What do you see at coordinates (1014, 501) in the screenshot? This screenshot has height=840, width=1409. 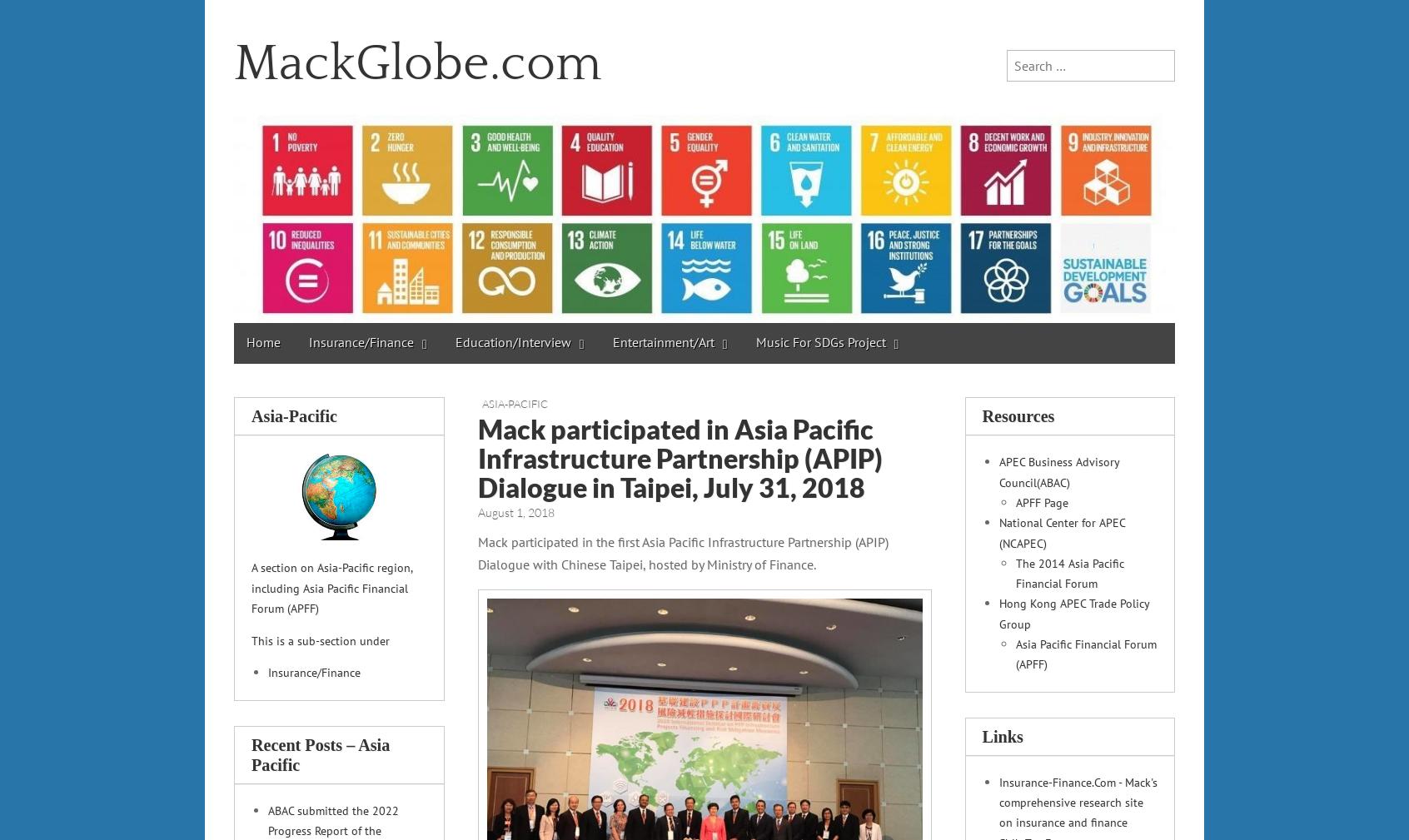 I see `'APFF Page'` at bounding box center [1014, 501].